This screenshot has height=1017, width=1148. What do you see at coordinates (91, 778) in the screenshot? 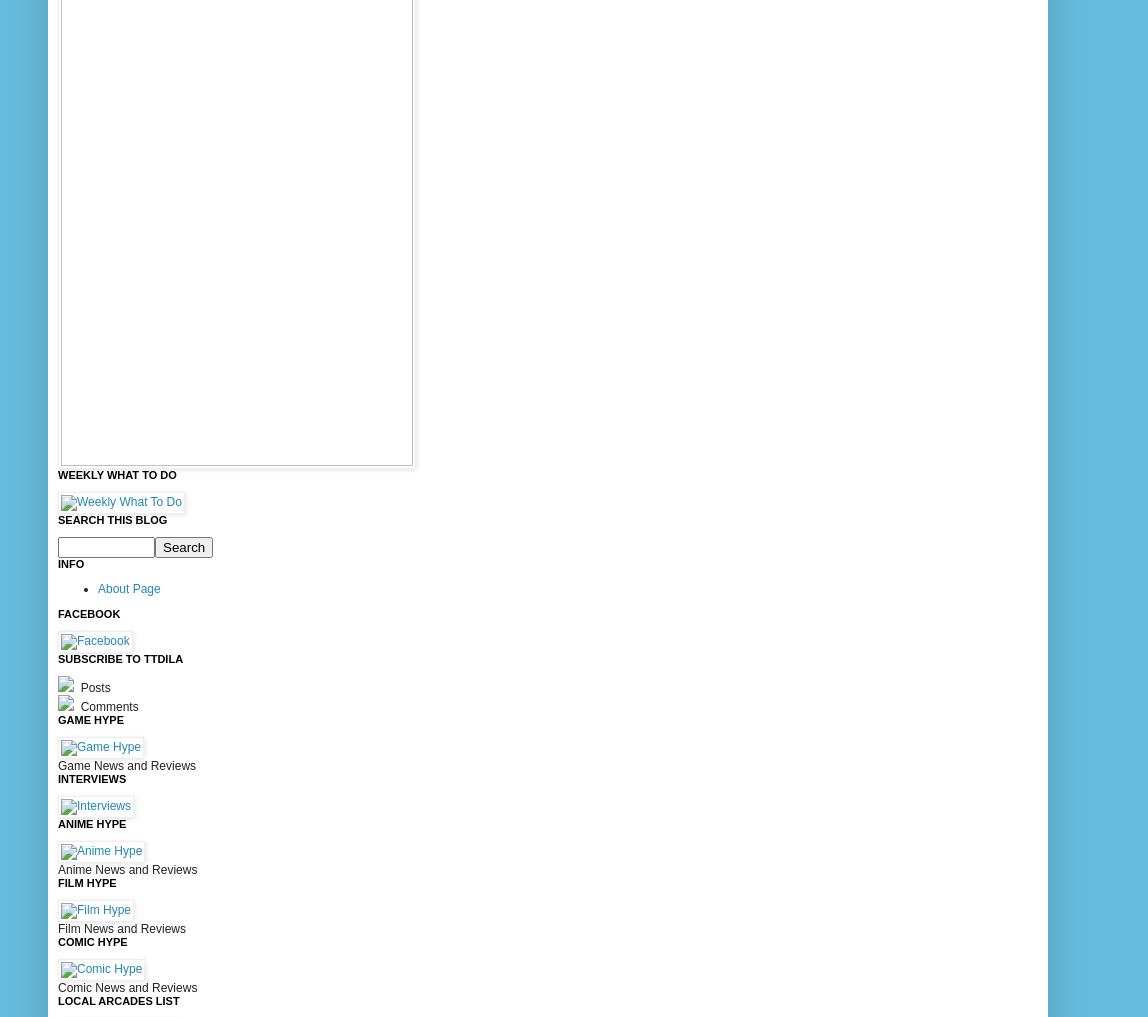
I see `'Interviews'` at bounding box center [91, 778].